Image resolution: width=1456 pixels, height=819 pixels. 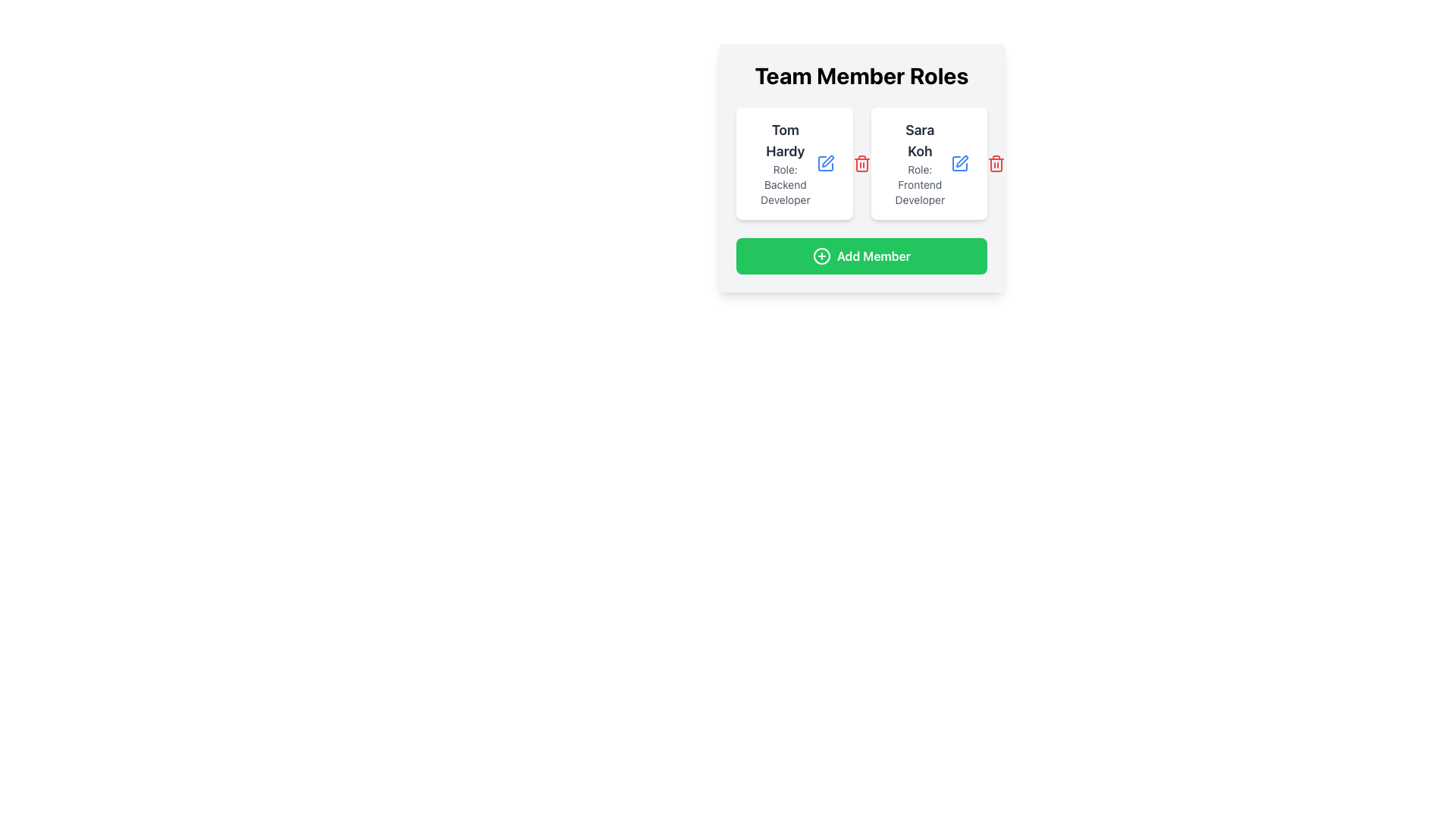 What do you see at coordinates (959, 164) in the screenshot?
I see `the edit button located to the right of the text 'Sara Koh' and 'Role: Frontend Developer' in the upper-right section of Sara Koh's card` at bounding box center [959, 164].